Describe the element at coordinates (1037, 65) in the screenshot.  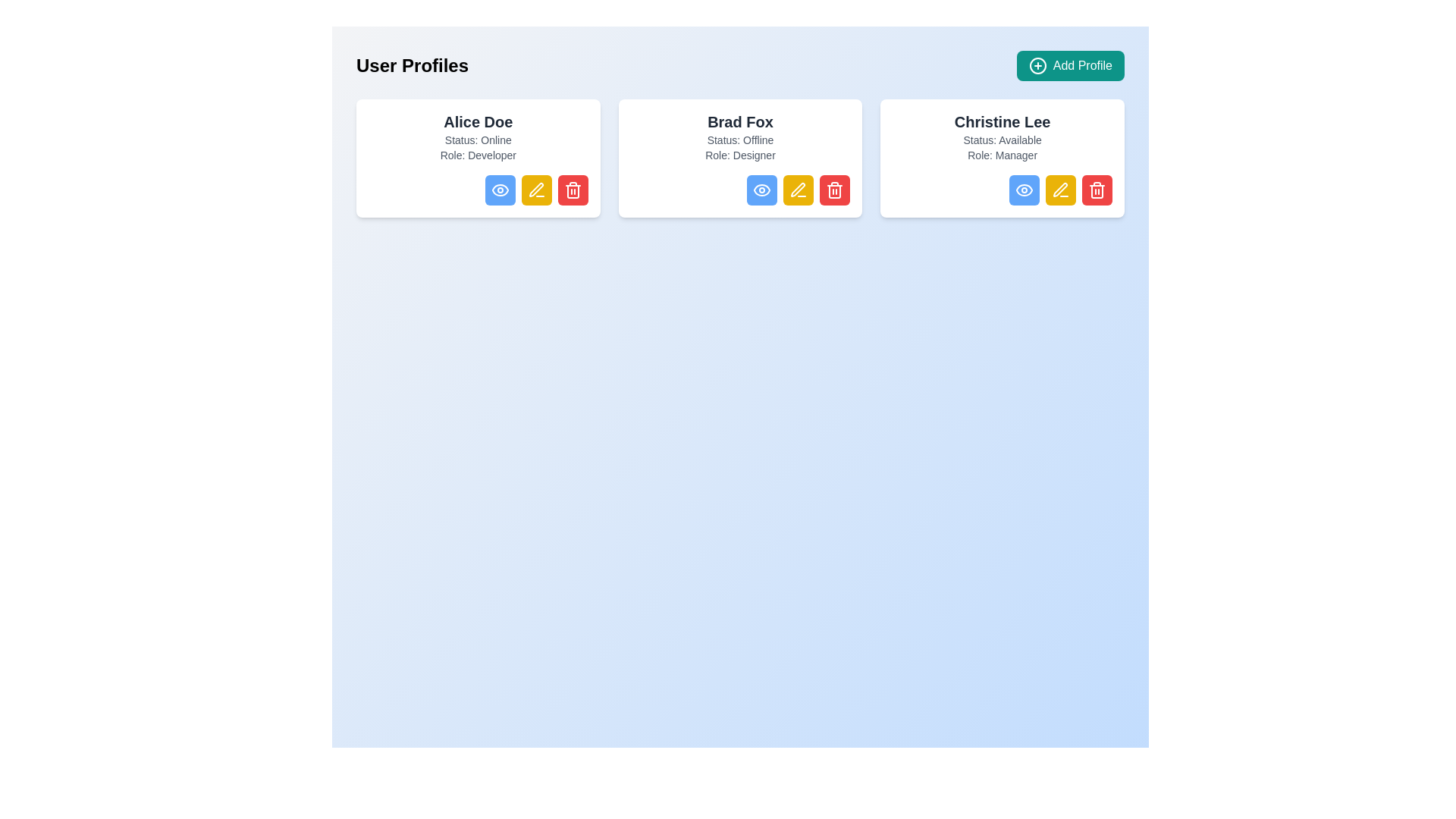
I see `the circular '+' icon with a teal background located to the left of the 'Add Profile' button for visual feedback` at that location.